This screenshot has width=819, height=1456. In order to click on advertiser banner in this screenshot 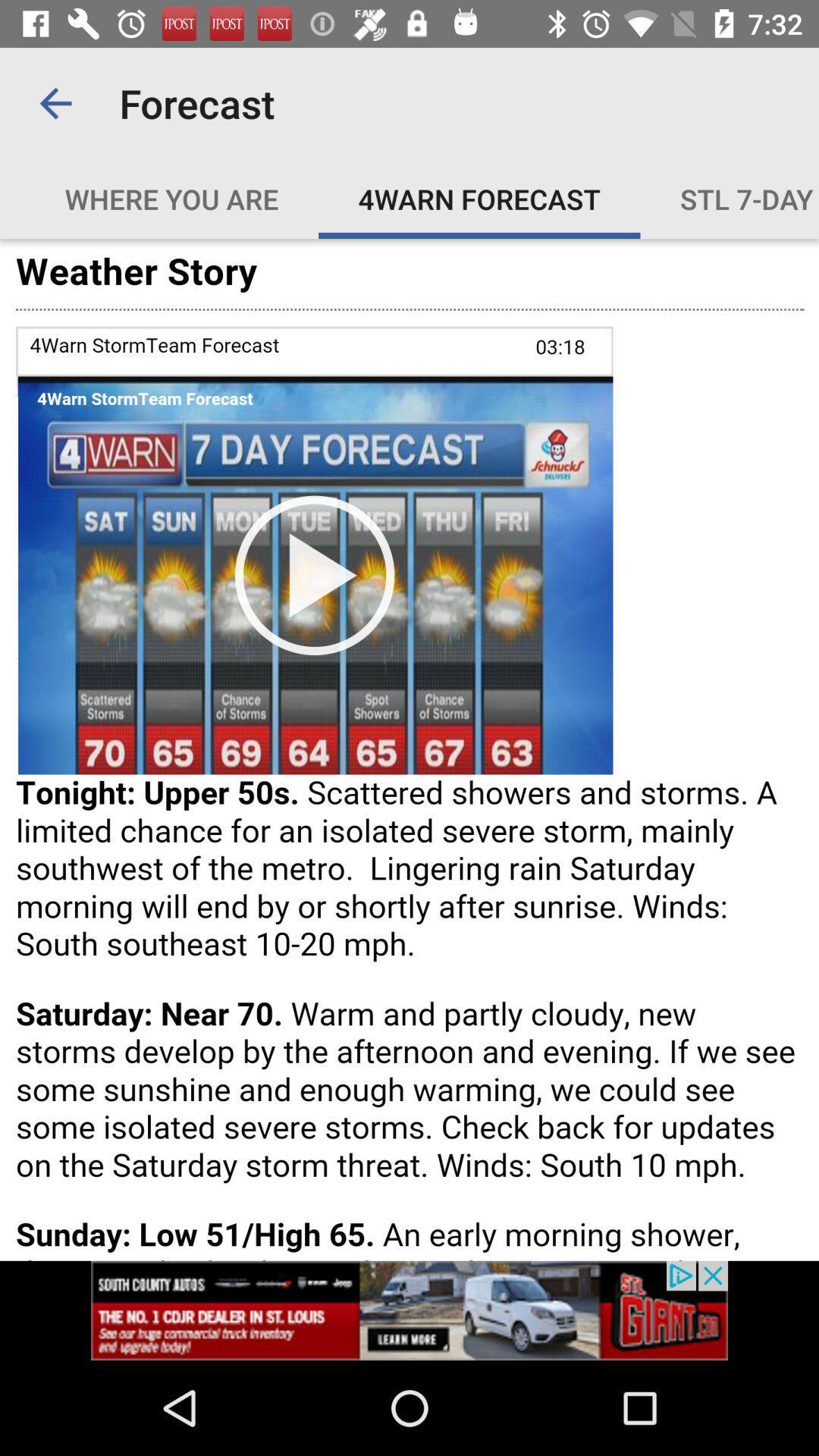, I will do `click(409, 1310)`.